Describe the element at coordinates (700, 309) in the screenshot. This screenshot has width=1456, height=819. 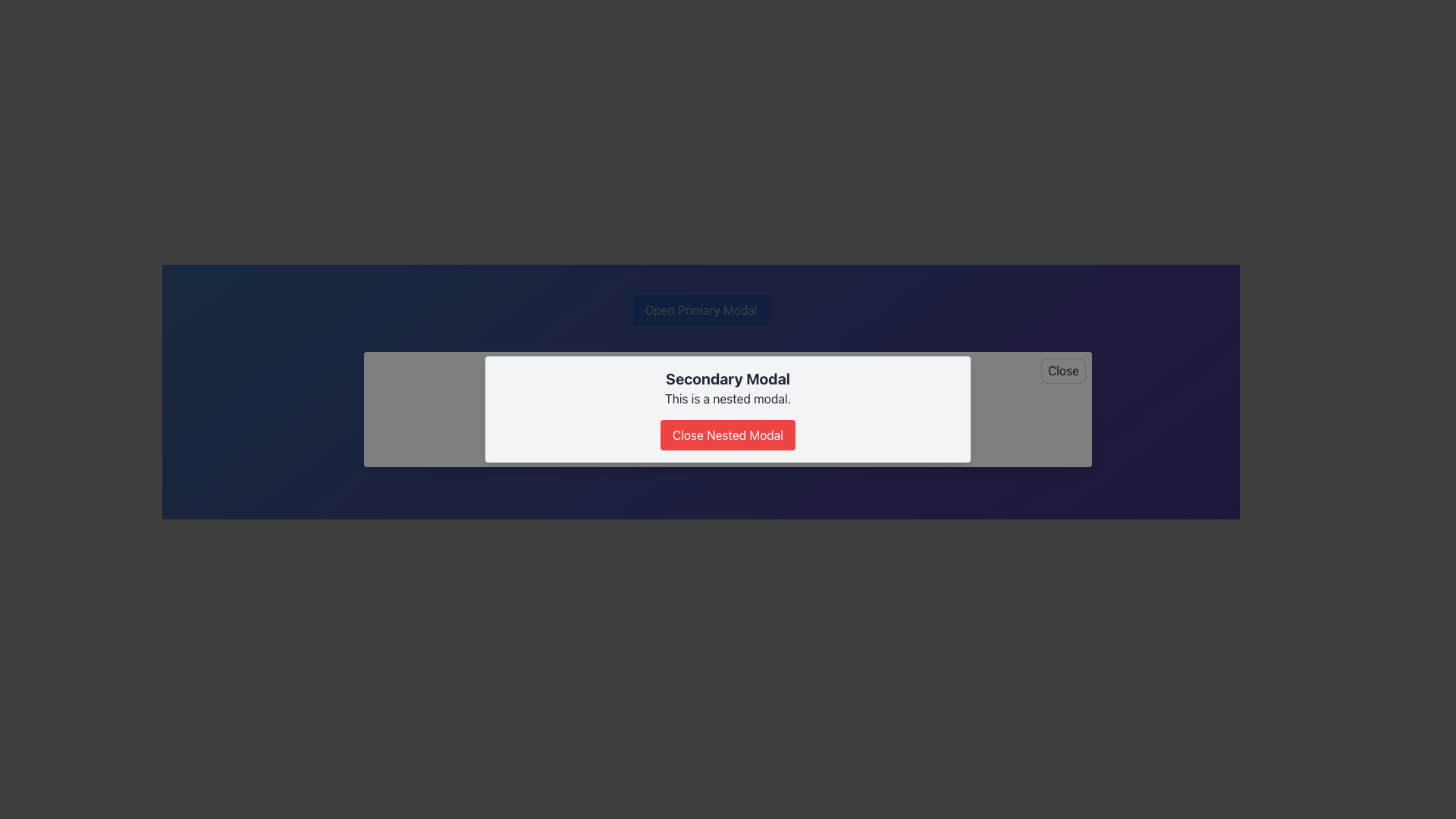
I see `the 'Open Primary Modal' button to observe the hover effect, which darkens its blue background` at that location.